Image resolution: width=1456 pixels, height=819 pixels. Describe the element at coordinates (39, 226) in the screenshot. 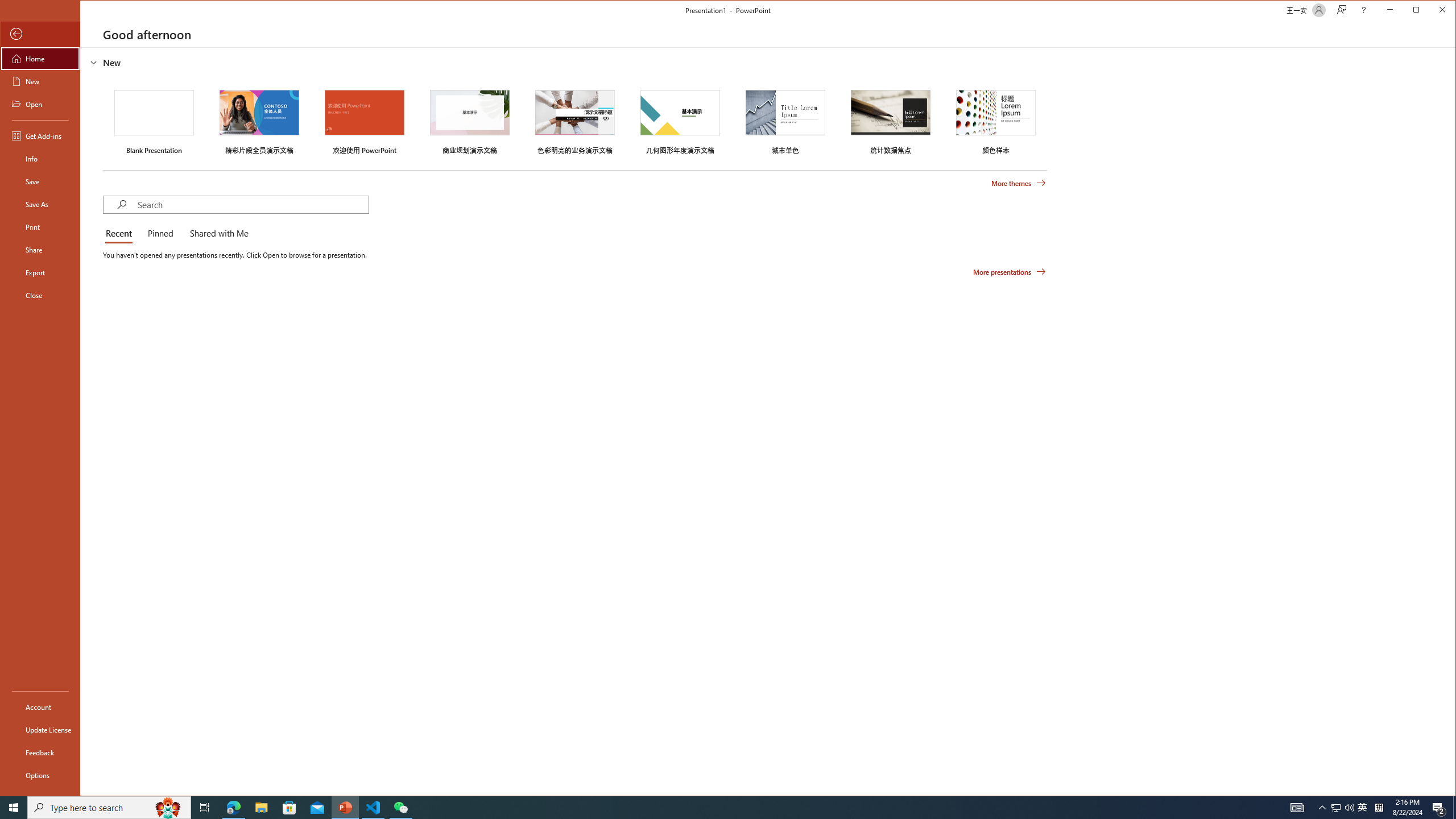

I see `'Print'` at that location.